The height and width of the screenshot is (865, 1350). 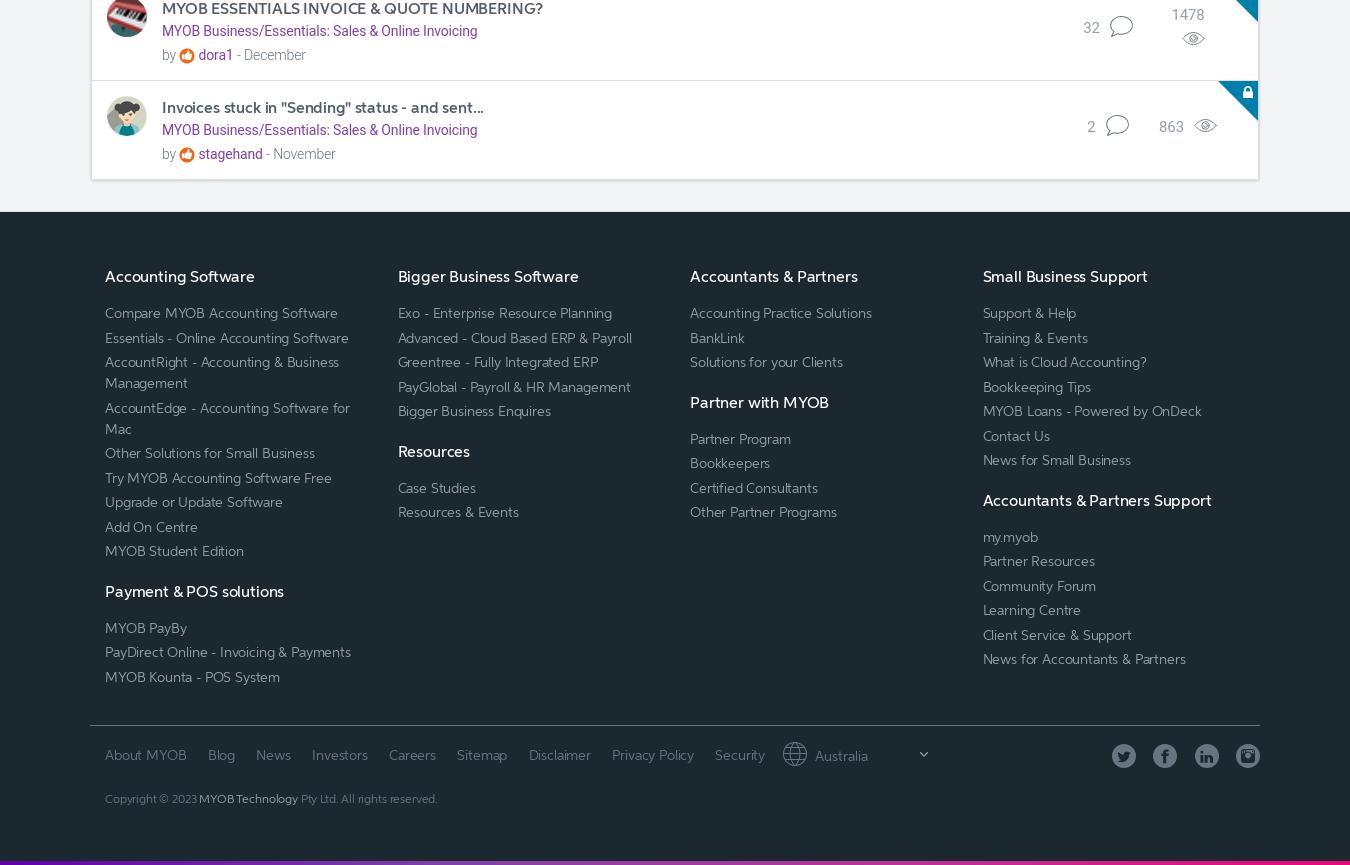 I want to click on 'Security', so click(x=738, y=752).